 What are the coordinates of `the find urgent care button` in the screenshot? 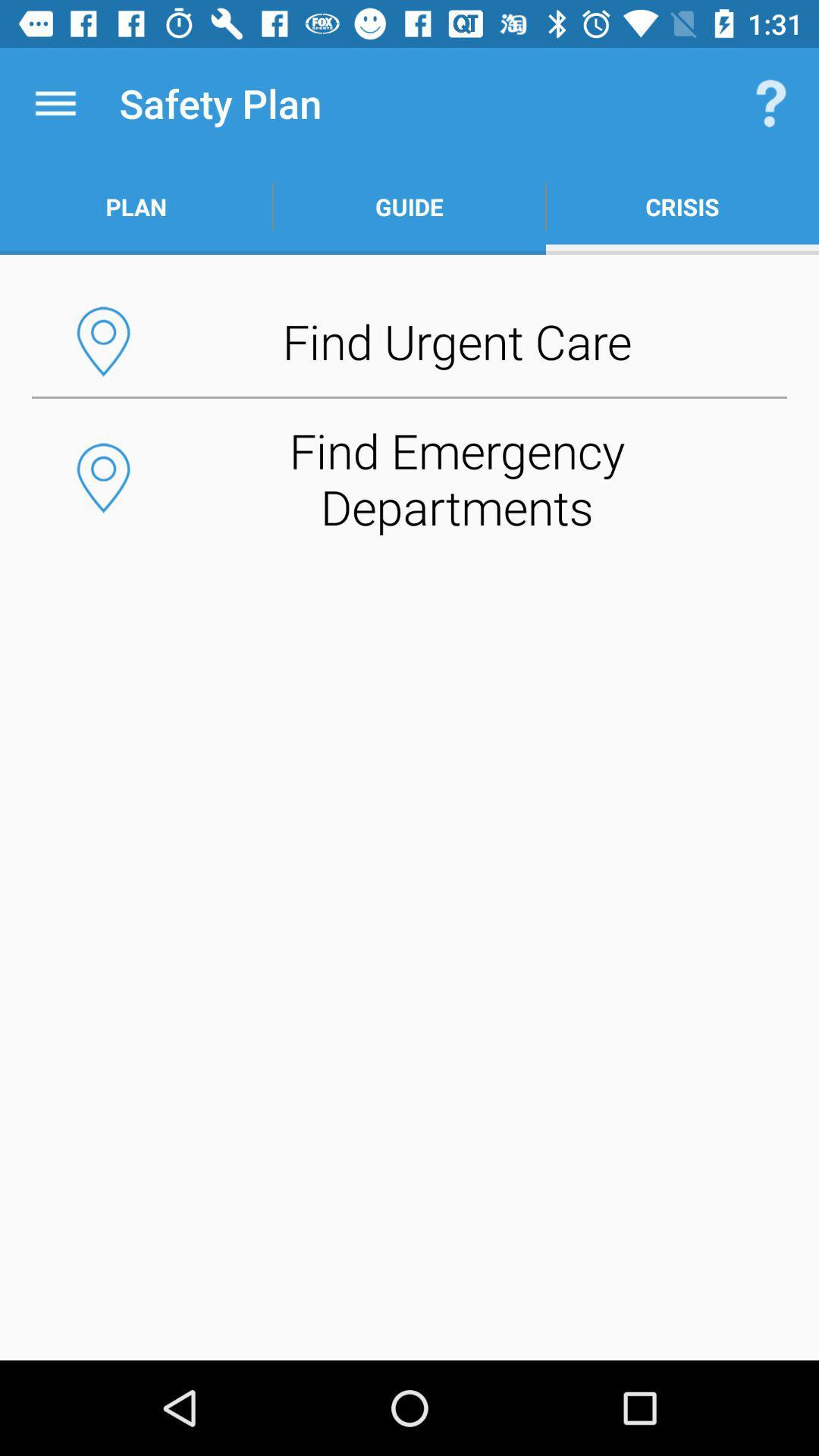 It's located at (409, 340).